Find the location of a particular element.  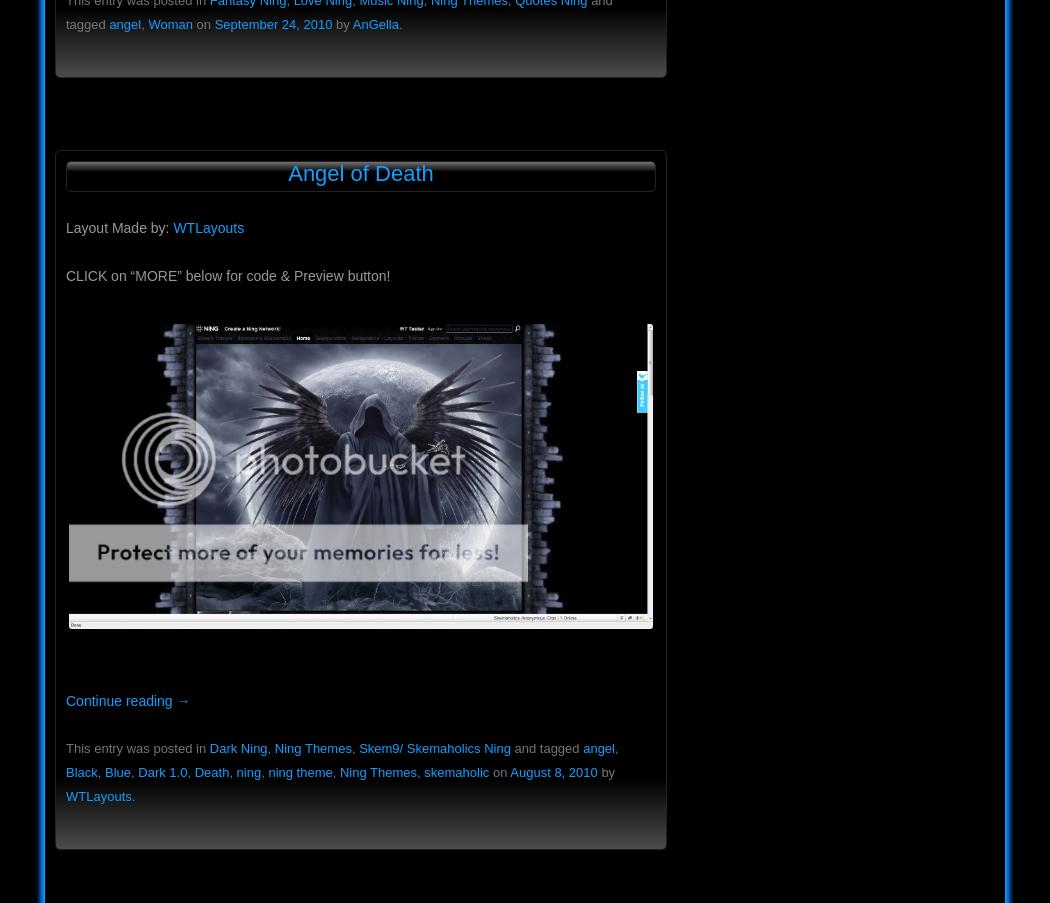

'AnGella' is located at coordinates (373, 22).